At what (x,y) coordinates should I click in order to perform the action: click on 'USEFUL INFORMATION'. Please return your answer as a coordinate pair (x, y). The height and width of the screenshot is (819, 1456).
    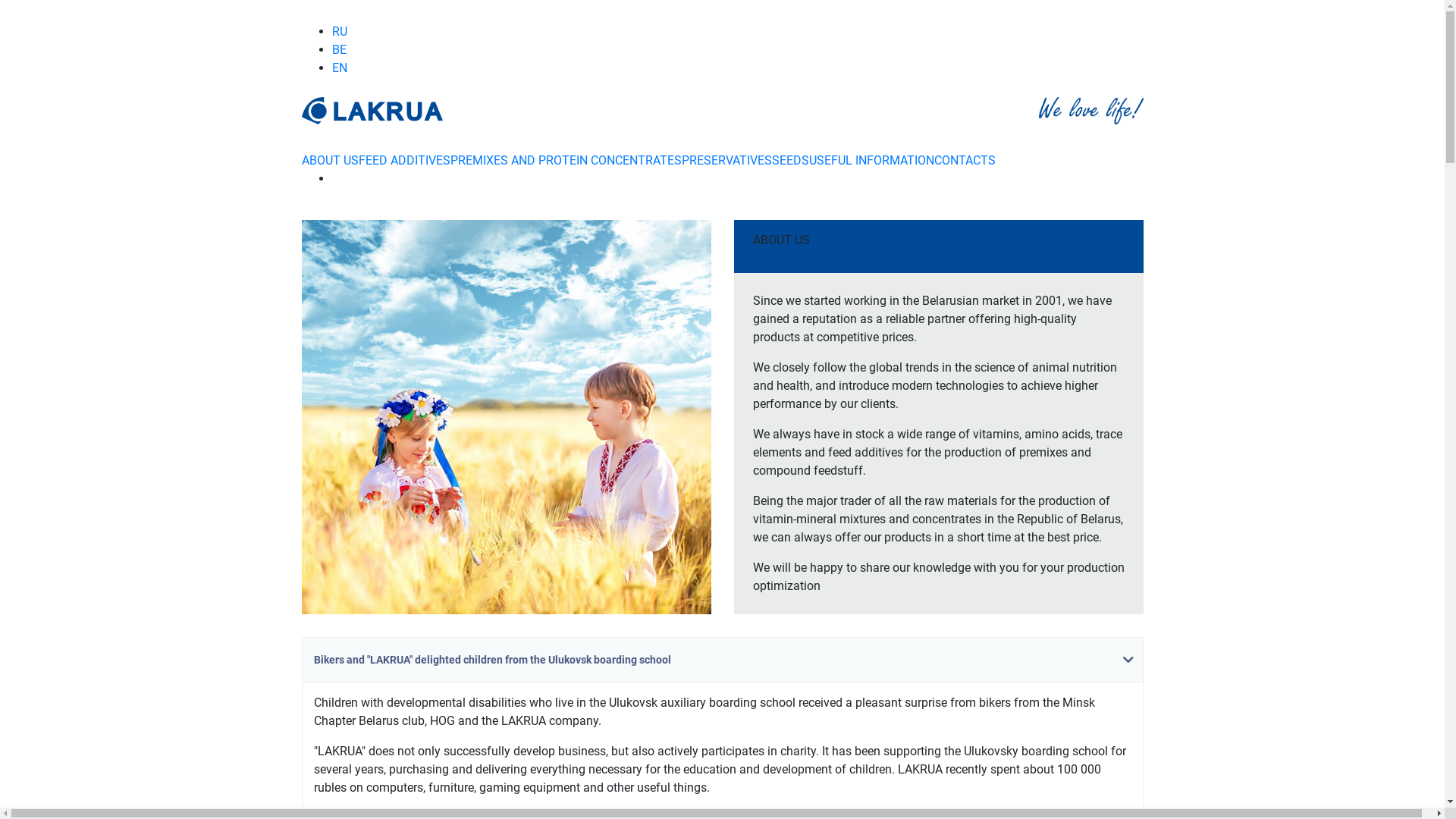
    Looking at the image, I should click on (871, 160).